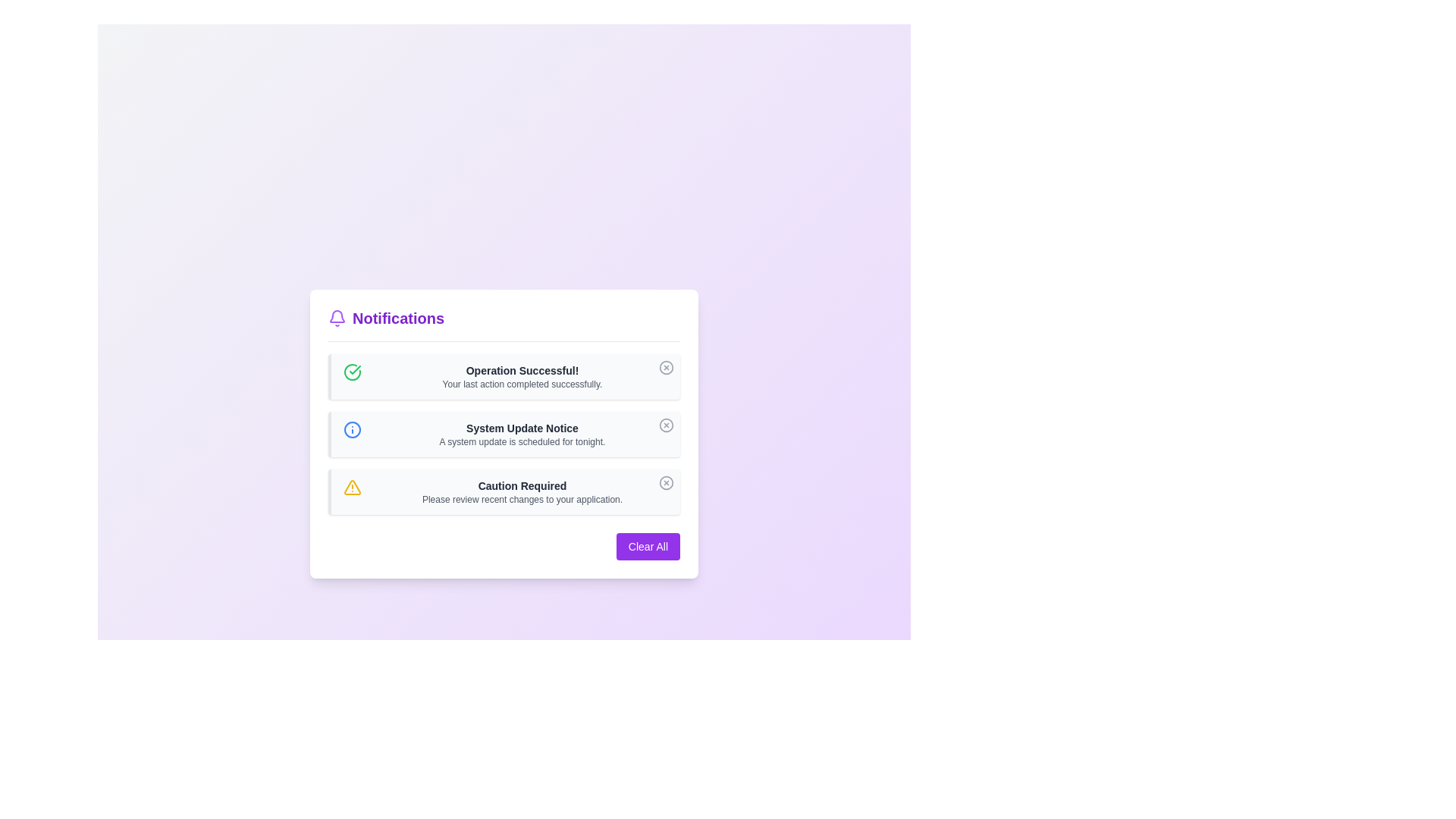 The image size is (1456, 819). I want to click on the Header text element that serves as a title for the notifications section, located to the right of the bell icon at the top-left corner of the main content card, so click(398, 317).